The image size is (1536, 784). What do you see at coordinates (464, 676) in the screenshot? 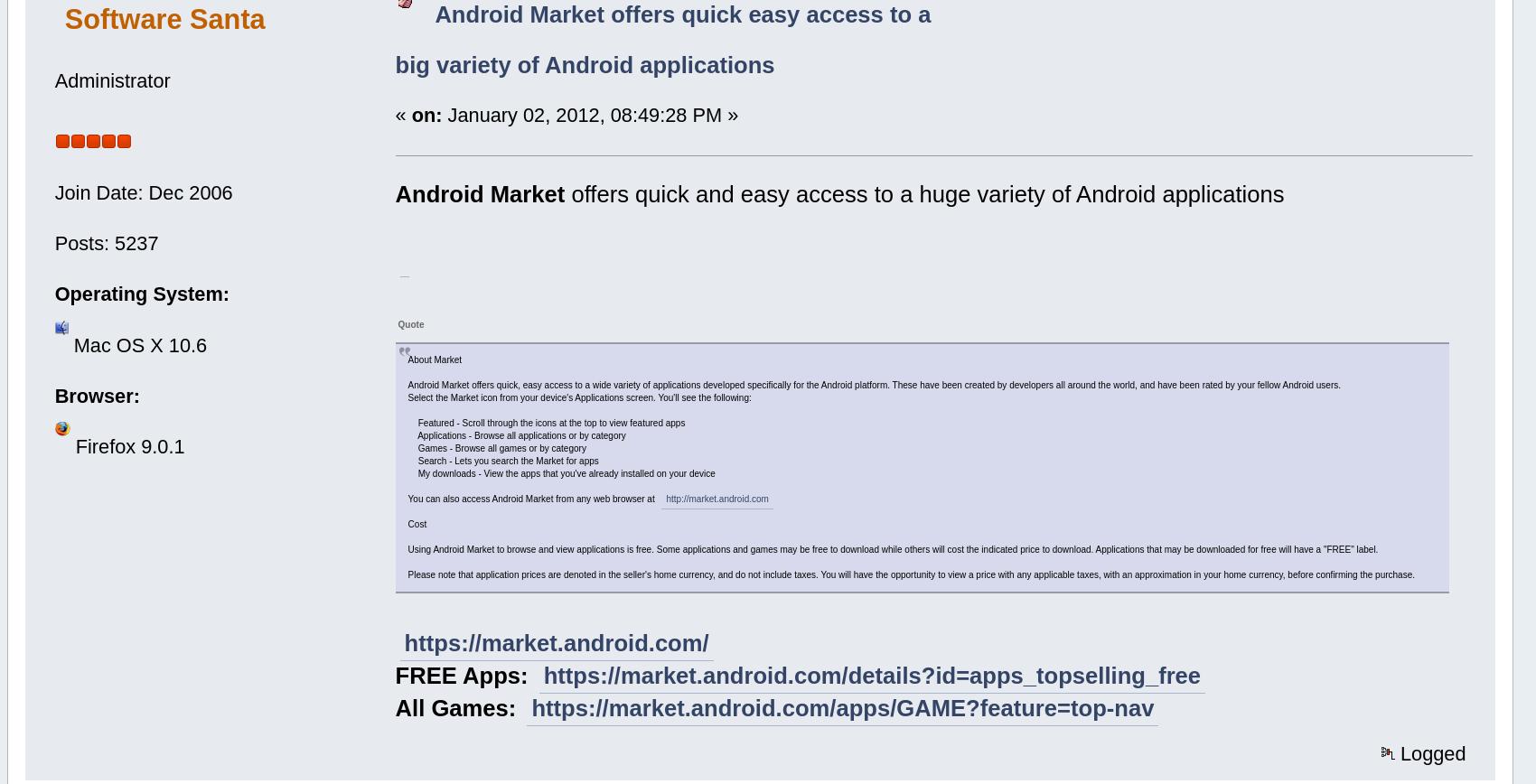
I see `'FREE Apps:'` at bounding box center [464, 676].